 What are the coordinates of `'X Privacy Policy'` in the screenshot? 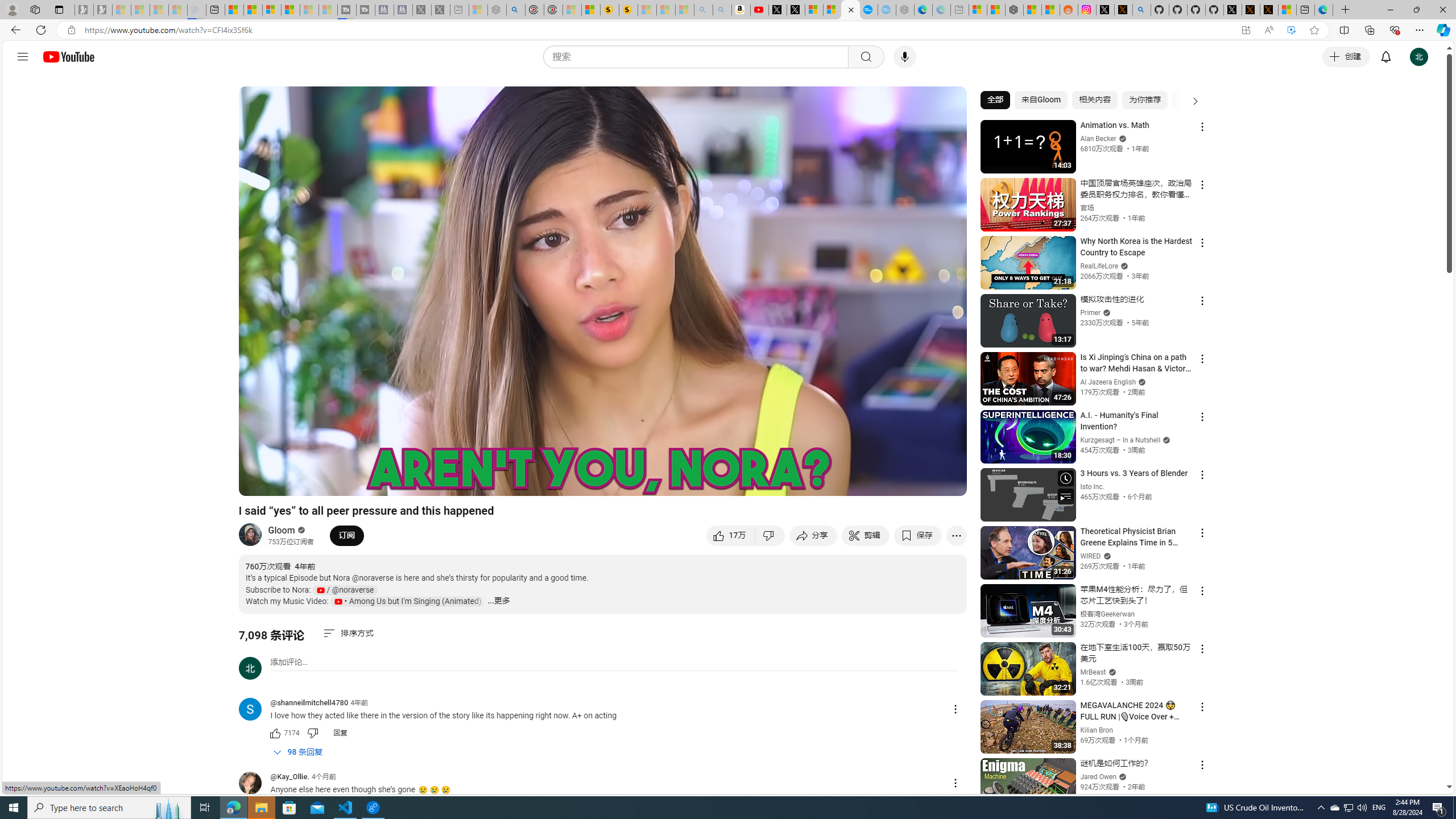 It's located at (1268, 9).